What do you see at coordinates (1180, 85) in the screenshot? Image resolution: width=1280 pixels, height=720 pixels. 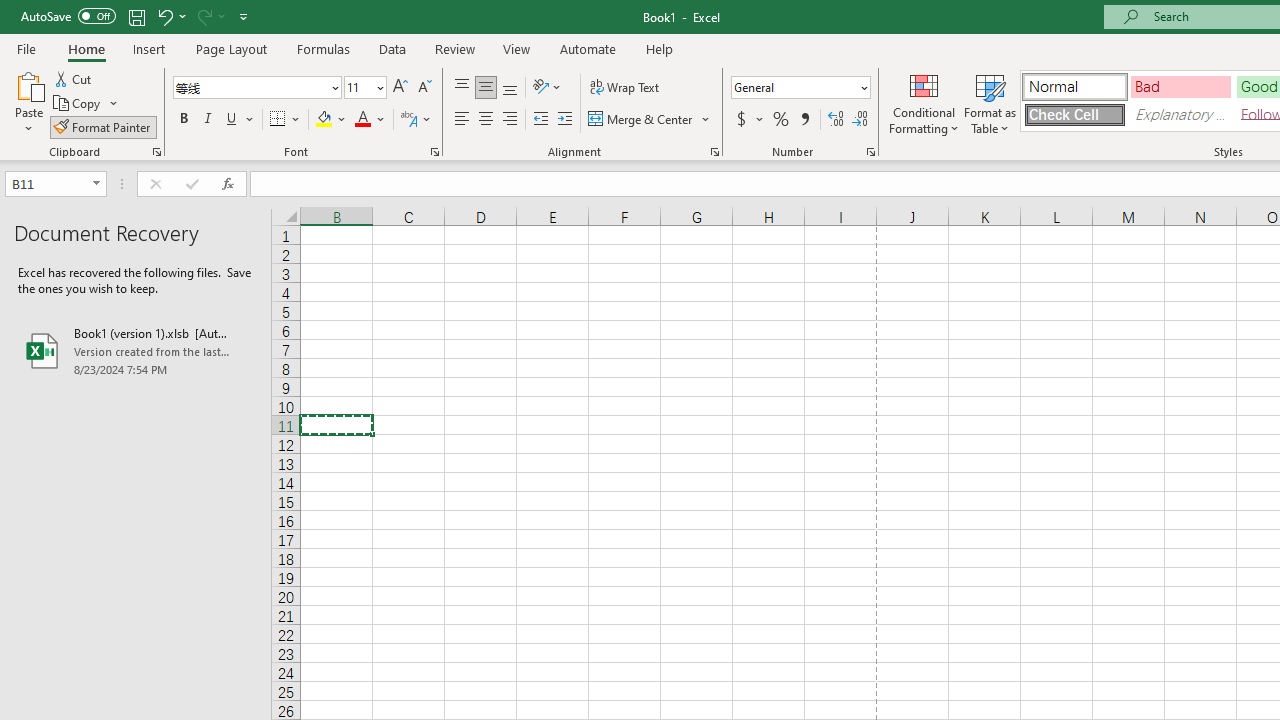 I see `'Bad'` at bounding box center [1180, 85].